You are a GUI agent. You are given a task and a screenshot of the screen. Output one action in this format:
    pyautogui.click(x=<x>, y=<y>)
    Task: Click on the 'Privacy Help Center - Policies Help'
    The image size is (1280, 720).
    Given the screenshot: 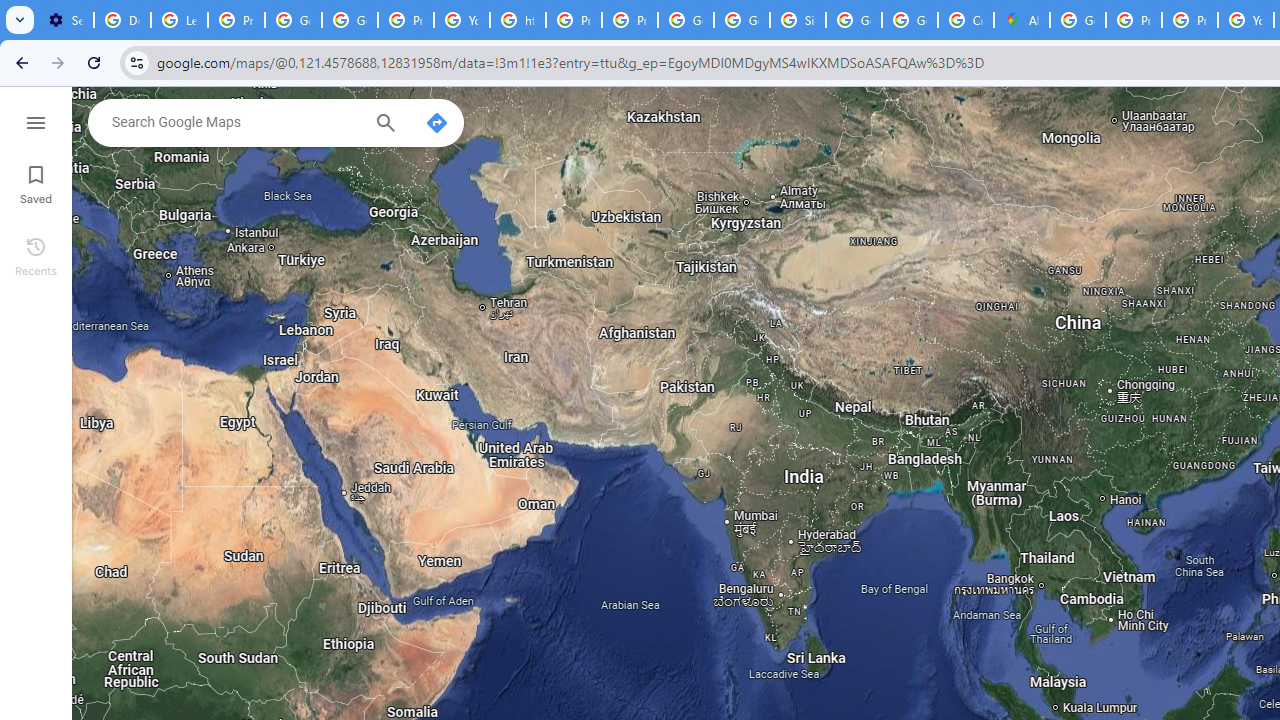 What is the action you would take?
    pyautogui.click(x=1134, y=20)
    